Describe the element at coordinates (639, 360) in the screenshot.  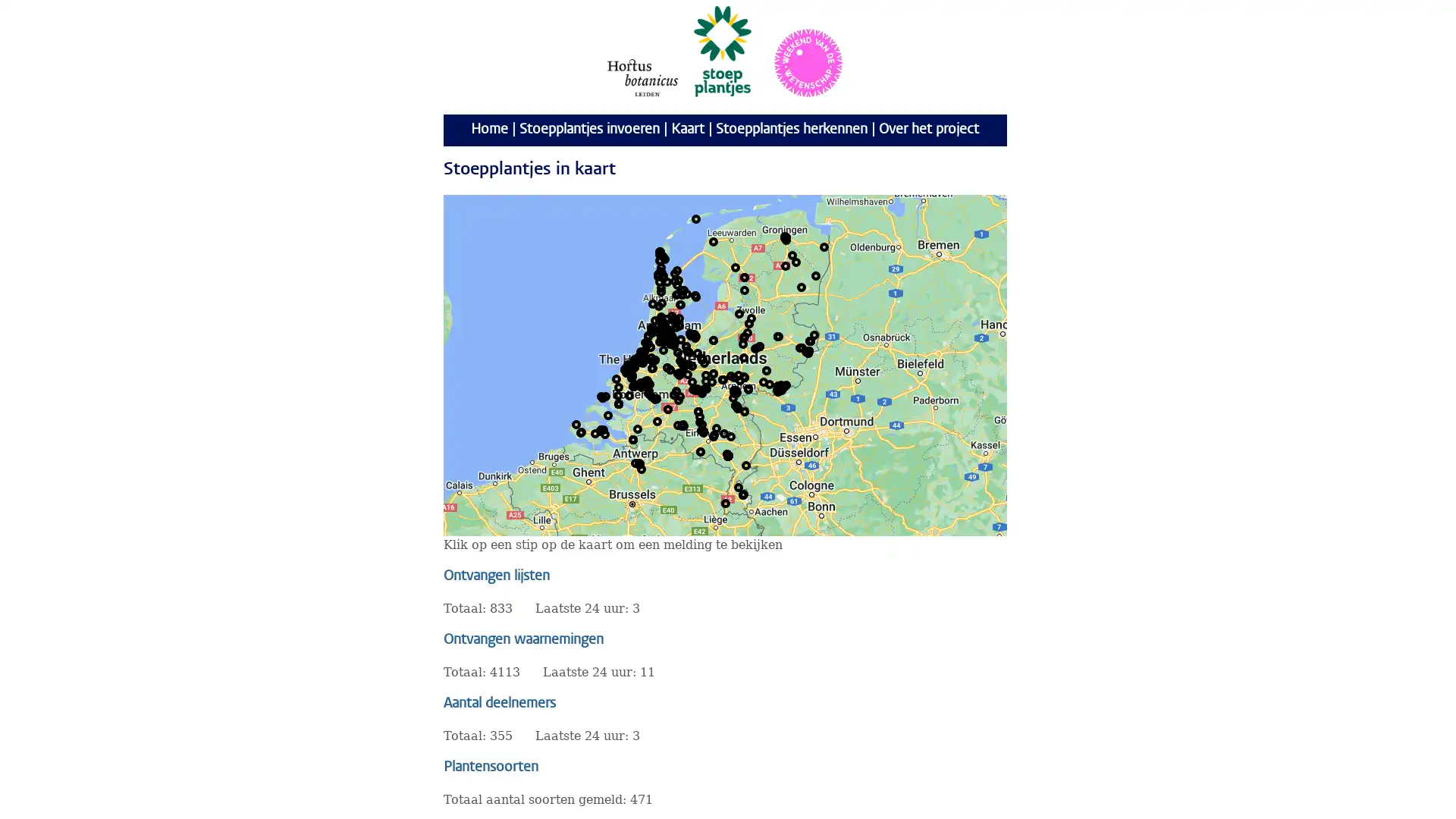
I see `Telling van Andre B. op 05 mei 2022` at that location.